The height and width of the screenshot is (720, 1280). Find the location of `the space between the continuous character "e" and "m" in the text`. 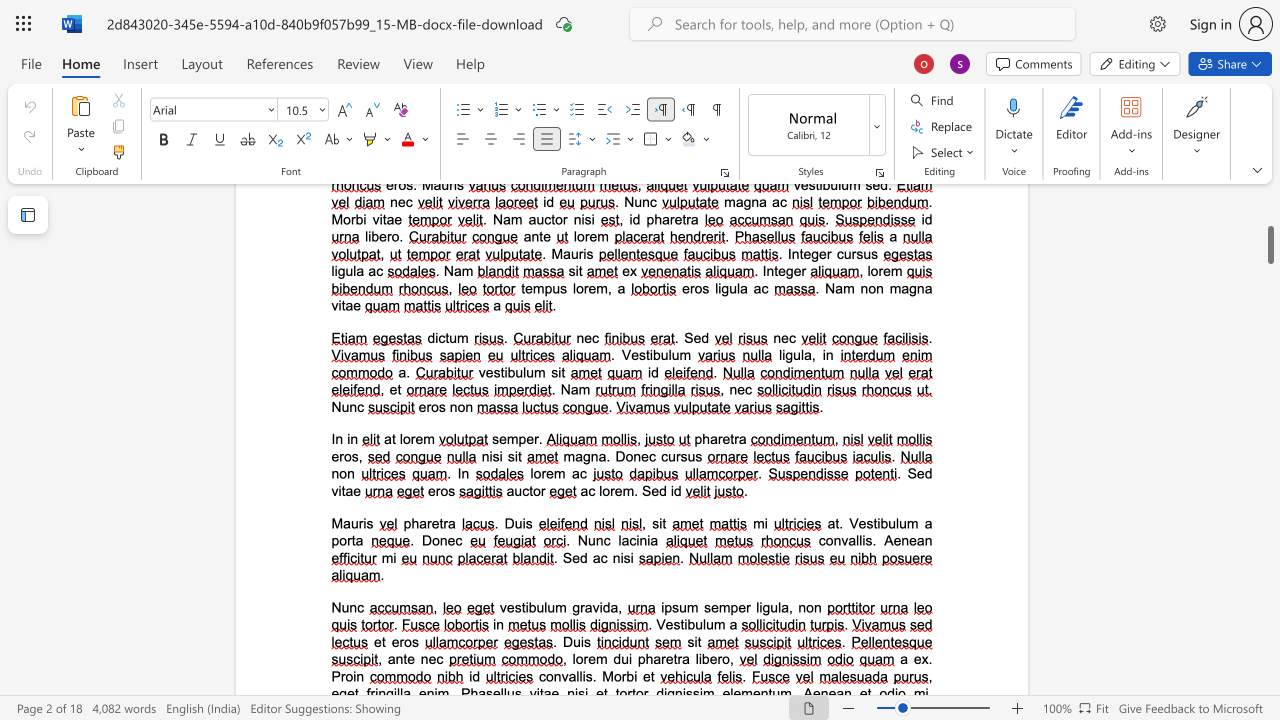

the space between the continuous character "e" and "m" in the text is located at coordinates (423, 438).